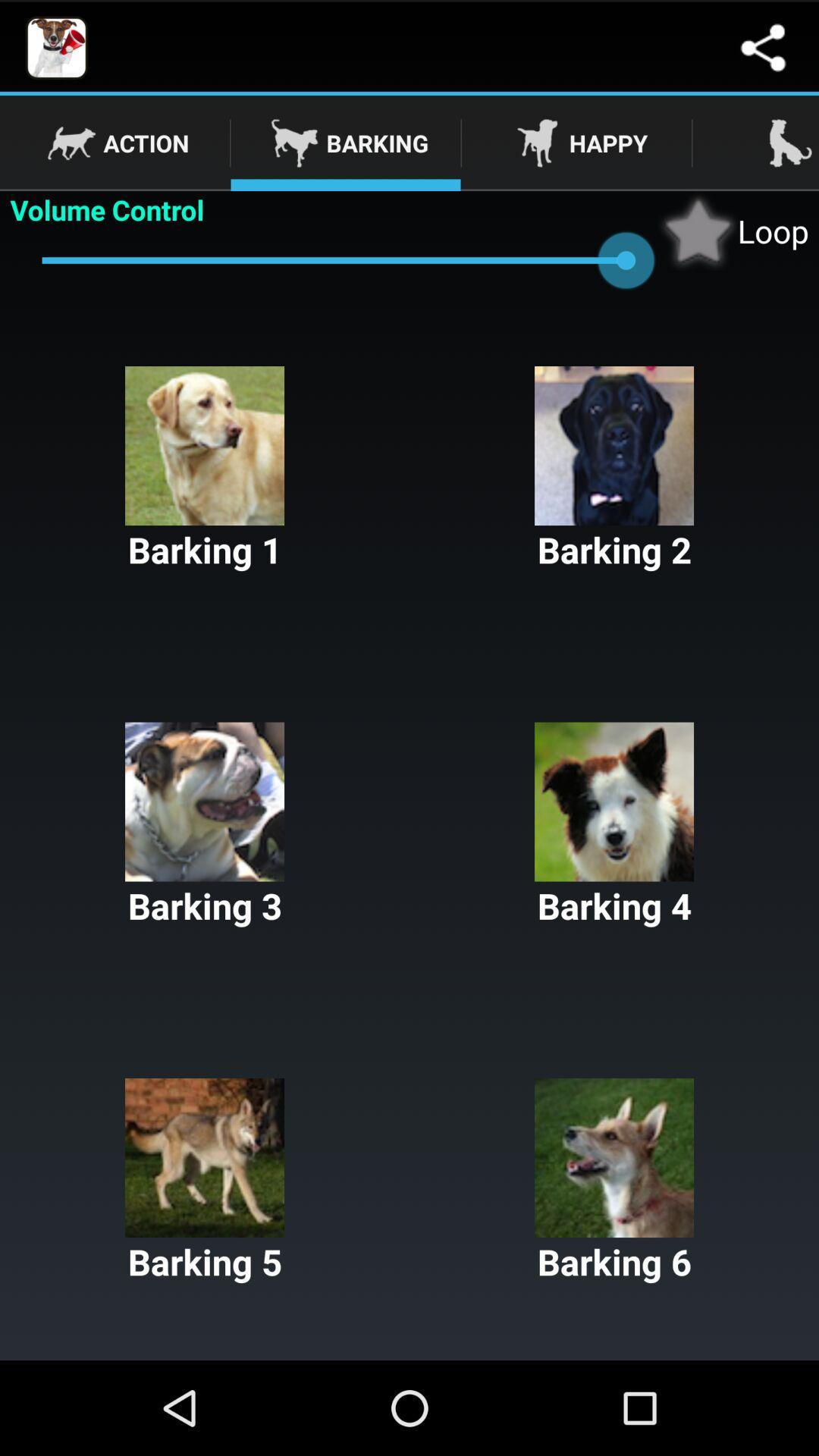 The height and width of the screenshot is (1456, 819). Describe the element at coordinates (733, 230) in the screenshot. I see `loop` at that location.